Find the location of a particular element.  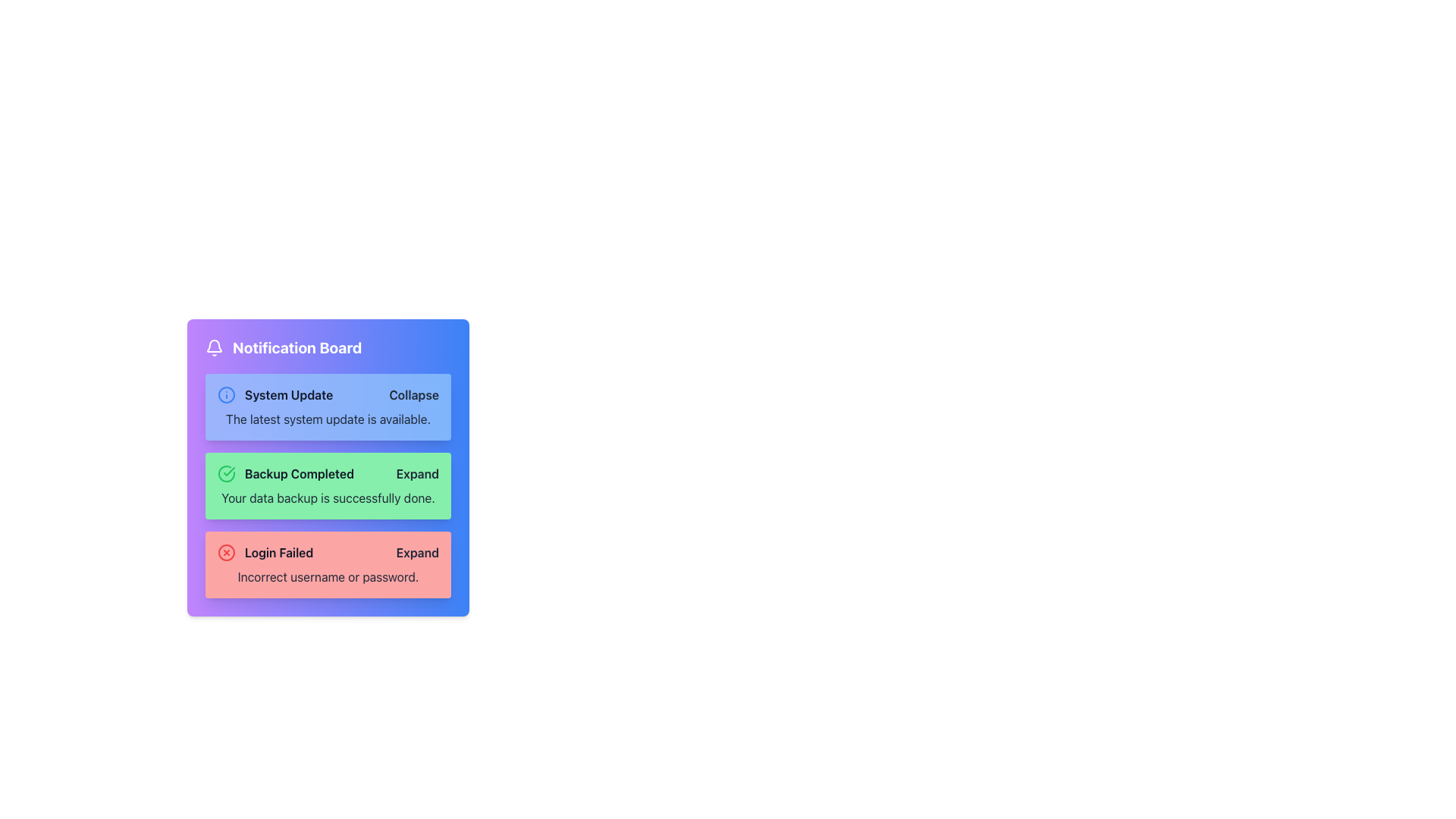

text from the Text Label that serves as the title or heading for the notification board, positioned right after the bell icon is located at coordinates (297, 348).